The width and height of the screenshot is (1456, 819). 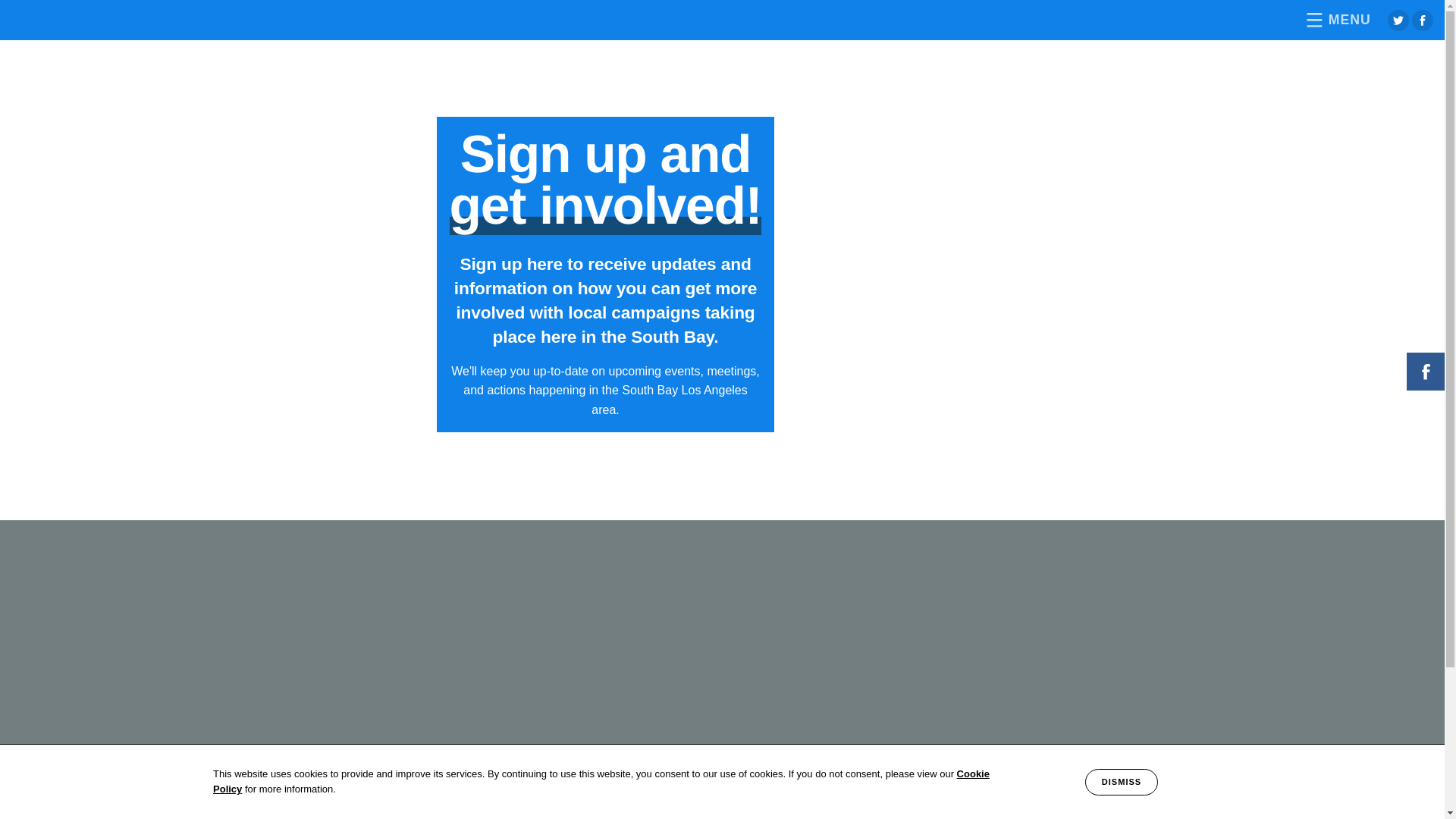 I want to click on 'FACEBOOK', so click(x=1425, y=371).